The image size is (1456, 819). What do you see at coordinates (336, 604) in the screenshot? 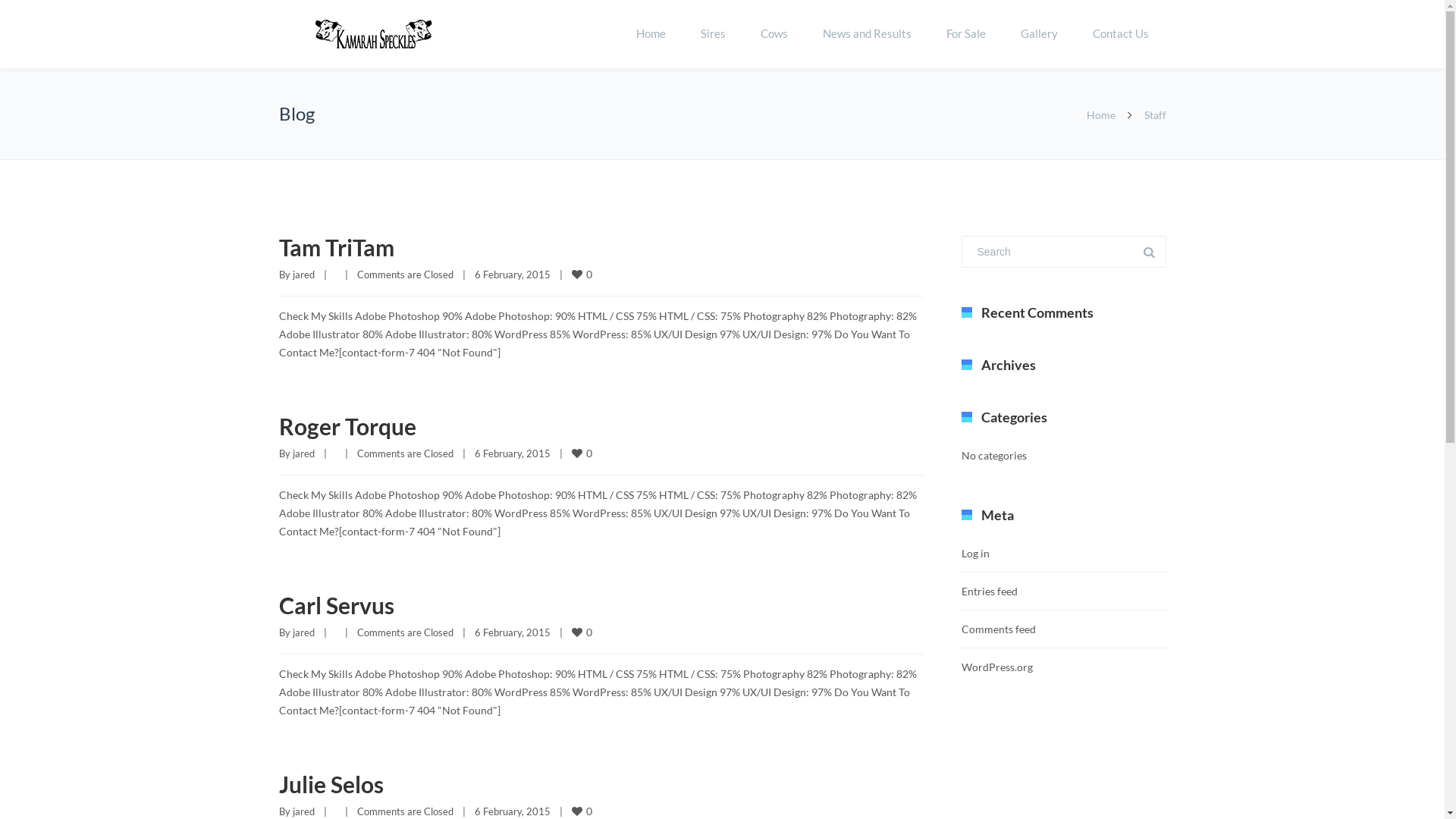
I see `'Carl Servus'` at bounding box center [336, 604].